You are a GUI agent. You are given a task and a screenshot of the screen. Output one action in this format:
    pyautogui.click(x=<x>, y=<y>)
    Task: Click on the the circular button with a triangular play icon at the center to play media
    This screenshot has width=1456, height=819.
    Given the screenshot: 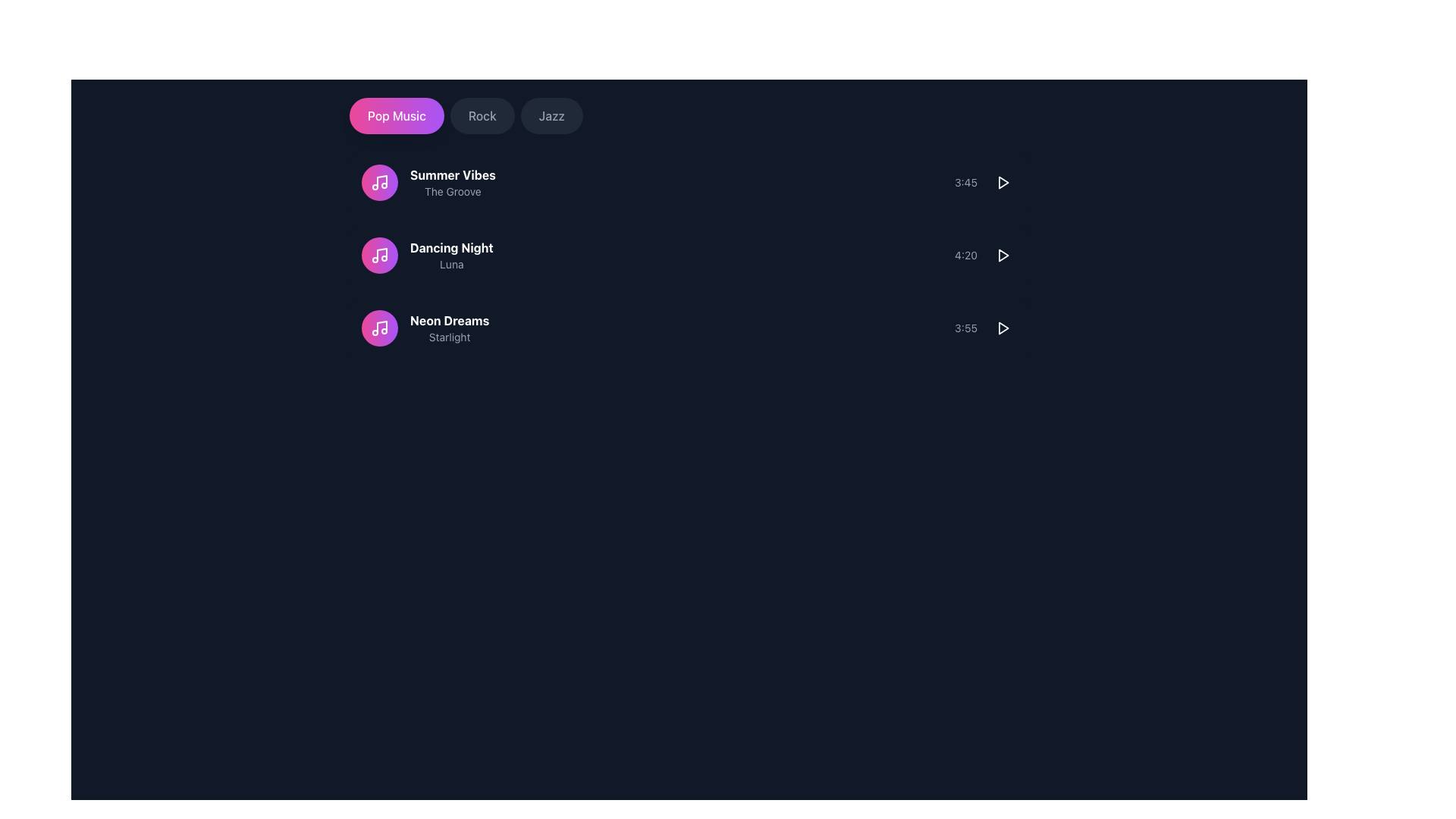 What is the action you would take?
    pyautogui.click(x=1003, y=327)
    